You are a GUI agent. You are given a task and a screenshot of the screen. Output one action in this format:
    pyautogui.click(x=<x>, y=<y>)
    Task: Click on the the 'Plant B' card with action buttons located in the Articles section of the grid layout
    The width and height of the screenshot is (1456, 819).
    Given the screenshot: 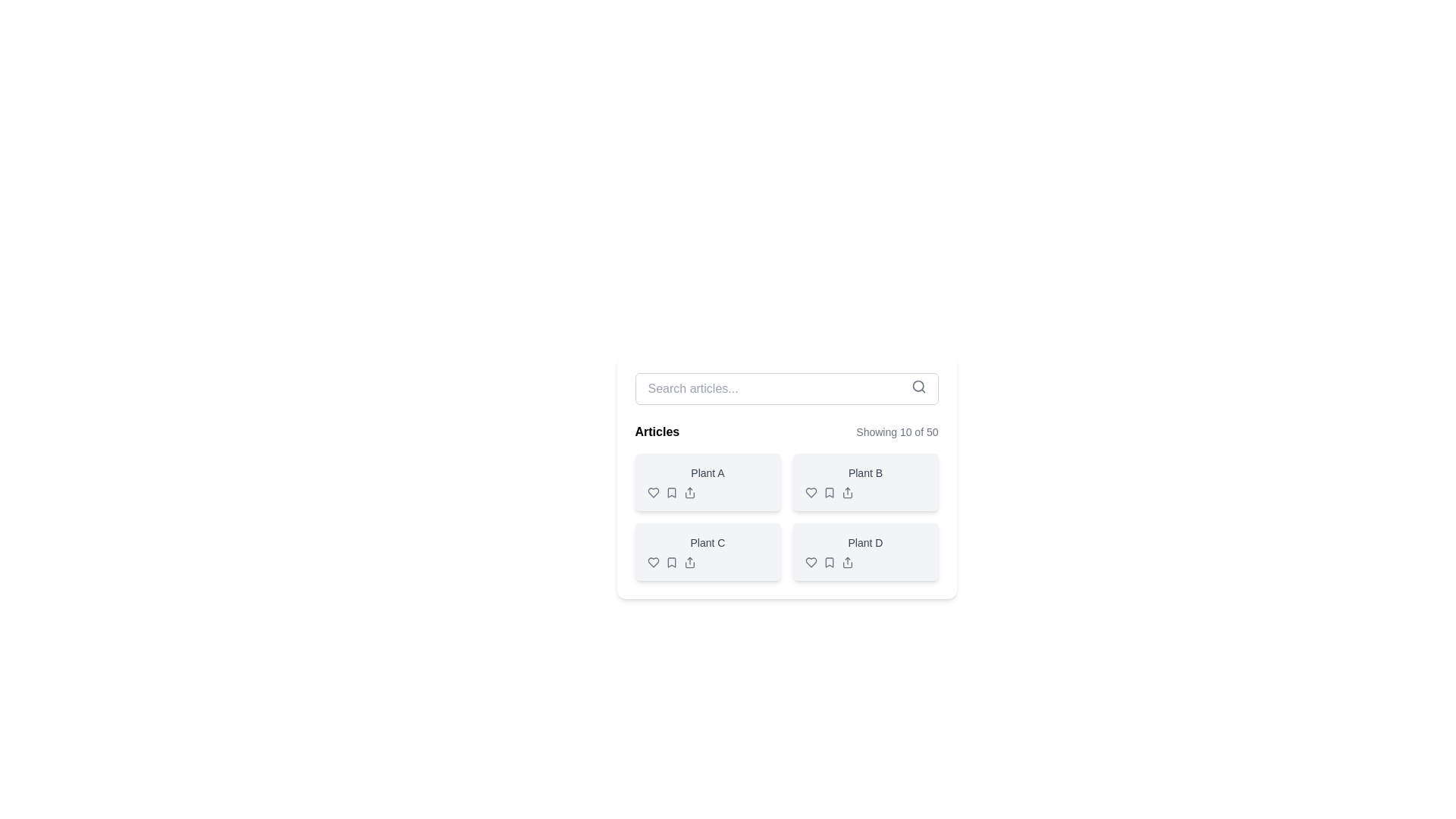 What is the action you would take?
    pyautogui.click(x=865, y=482)
    